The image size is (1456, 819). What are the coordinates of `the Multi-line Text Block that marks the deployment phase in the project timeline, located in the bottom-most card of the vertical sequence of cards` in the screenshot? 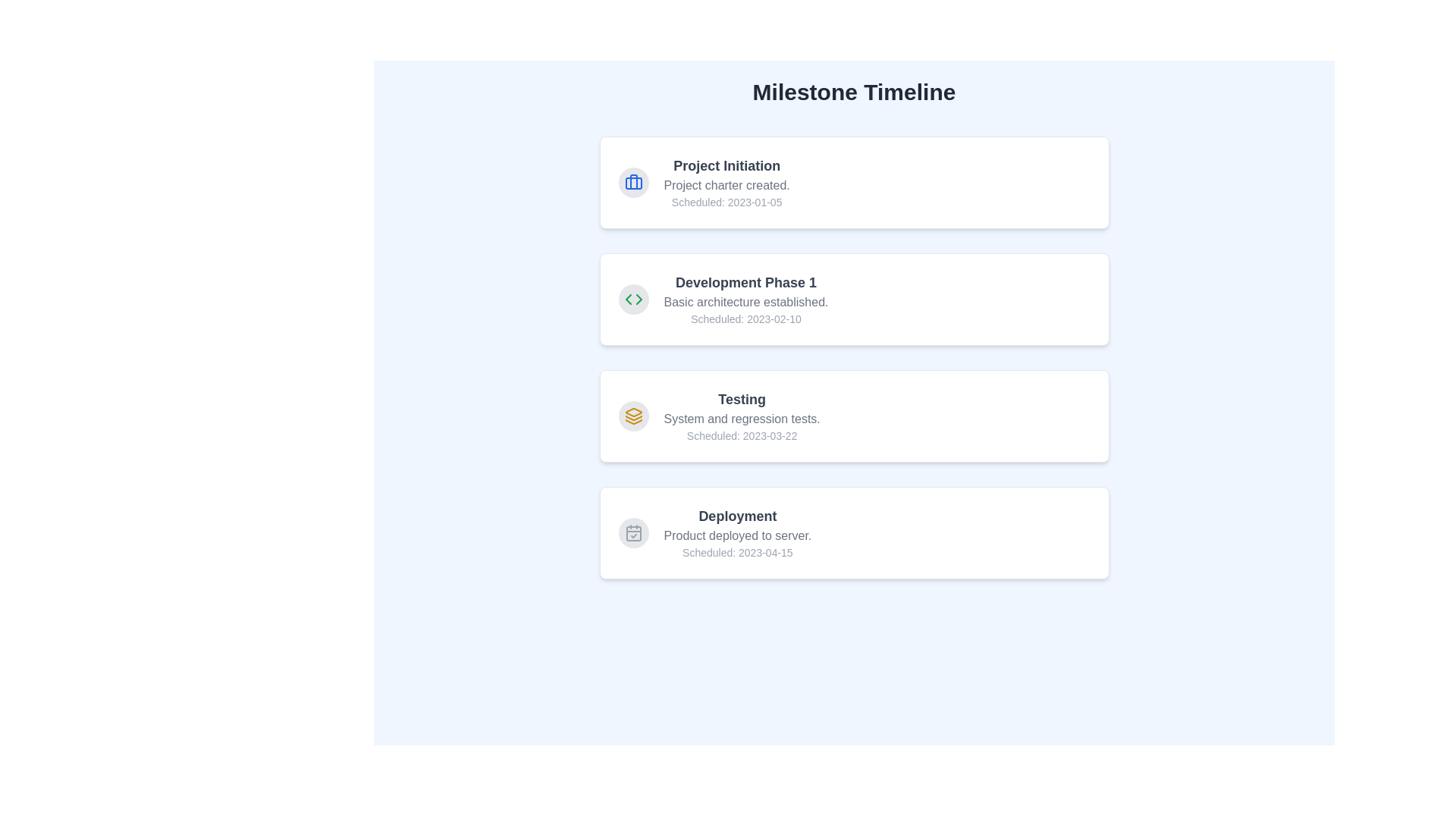 It's located at (737, 532).